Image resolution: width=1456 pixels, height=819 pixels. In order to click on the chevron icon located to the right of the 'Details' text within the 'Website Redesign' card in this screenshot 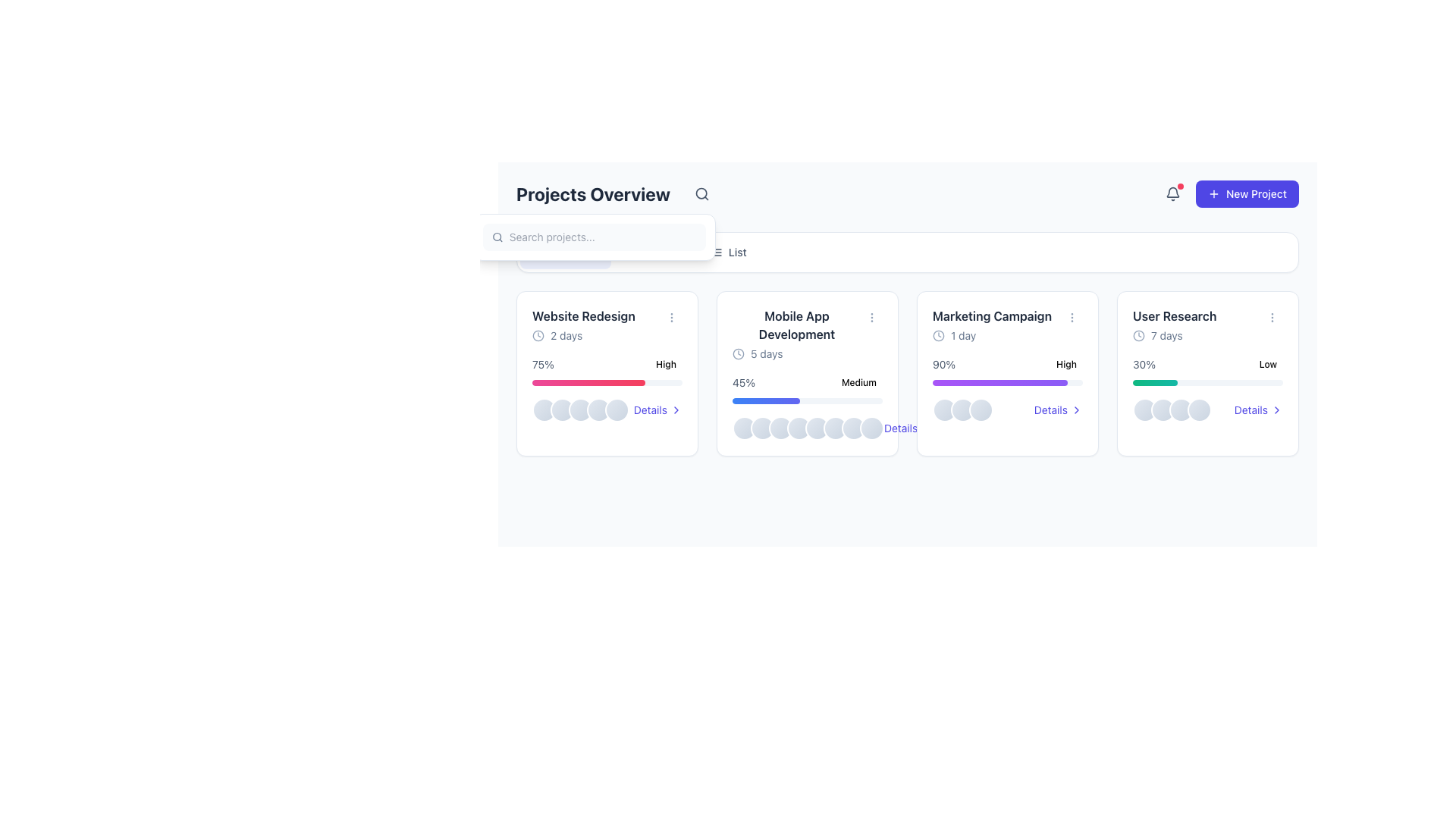, I will do `click(676, 409)`.